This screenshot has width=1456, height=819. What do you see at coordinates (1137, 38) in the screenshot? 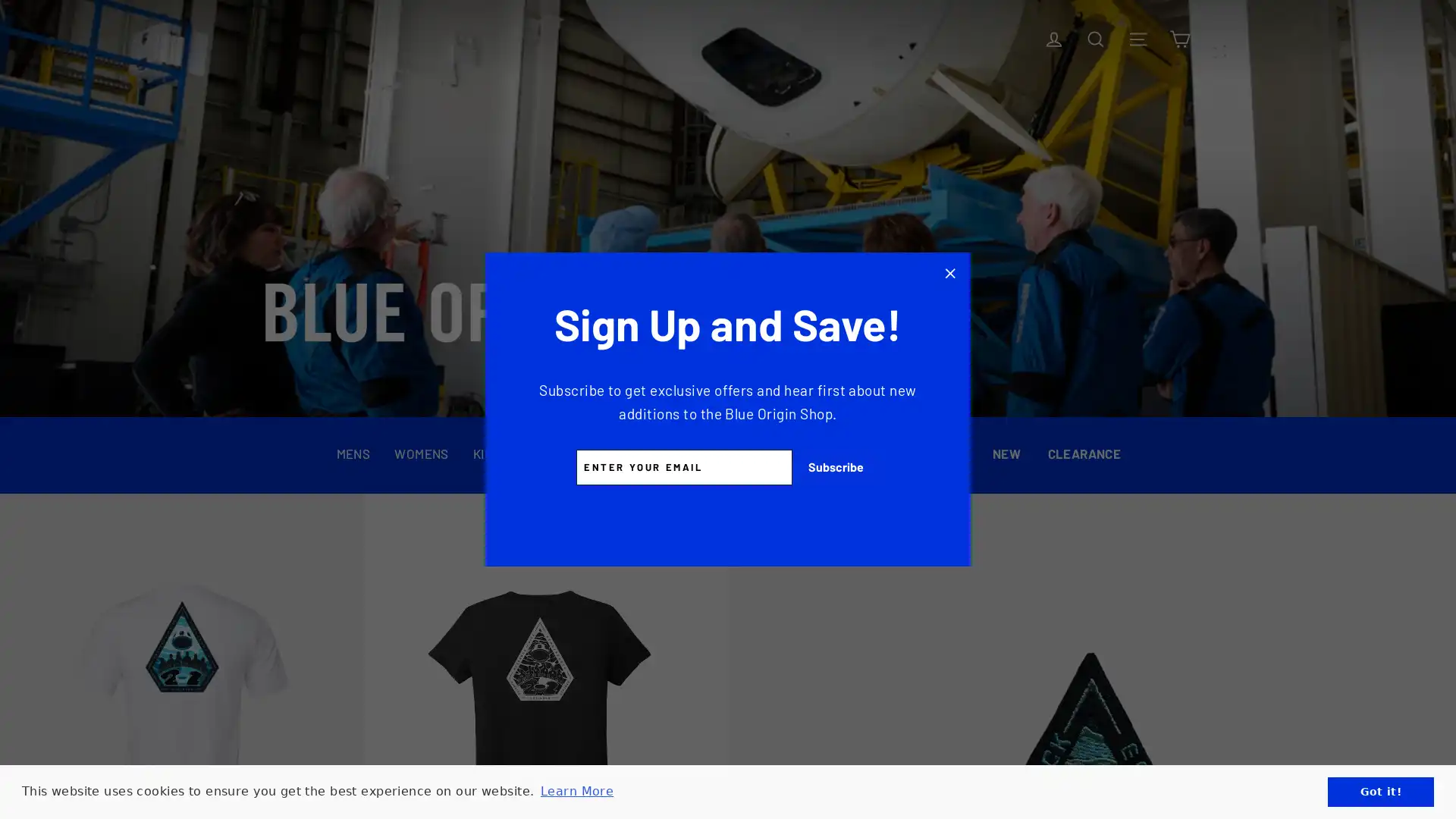
I see `Site navigation` at bounding box center [1137, 38].